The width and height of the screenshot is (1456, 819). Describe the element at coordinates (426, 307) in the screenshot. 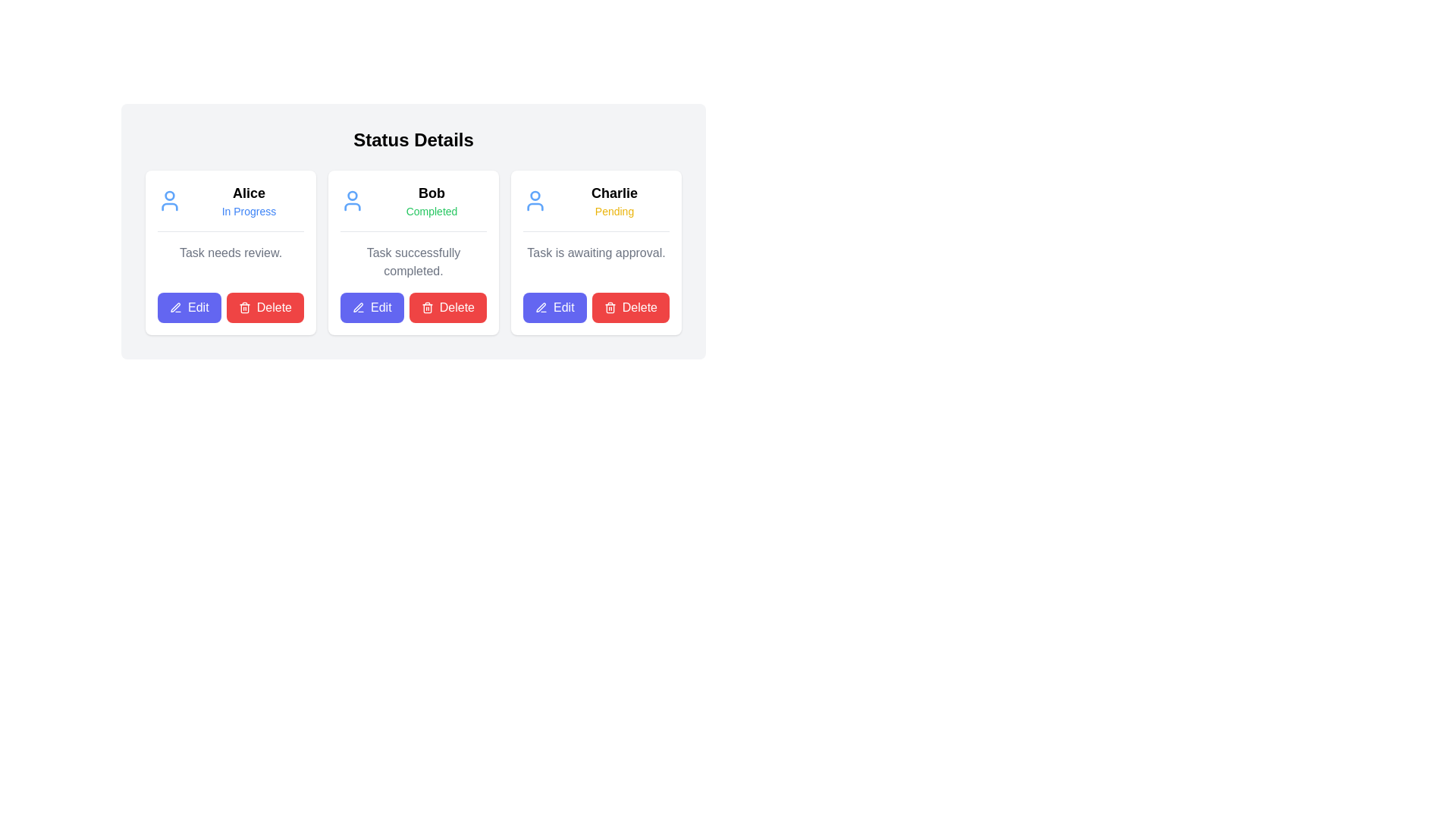

I see `the trash can SVG icon, which is the delete operation symbol located within the rounded red button labeled 'Delete' for the task card associated with 'Bob'` at that location.